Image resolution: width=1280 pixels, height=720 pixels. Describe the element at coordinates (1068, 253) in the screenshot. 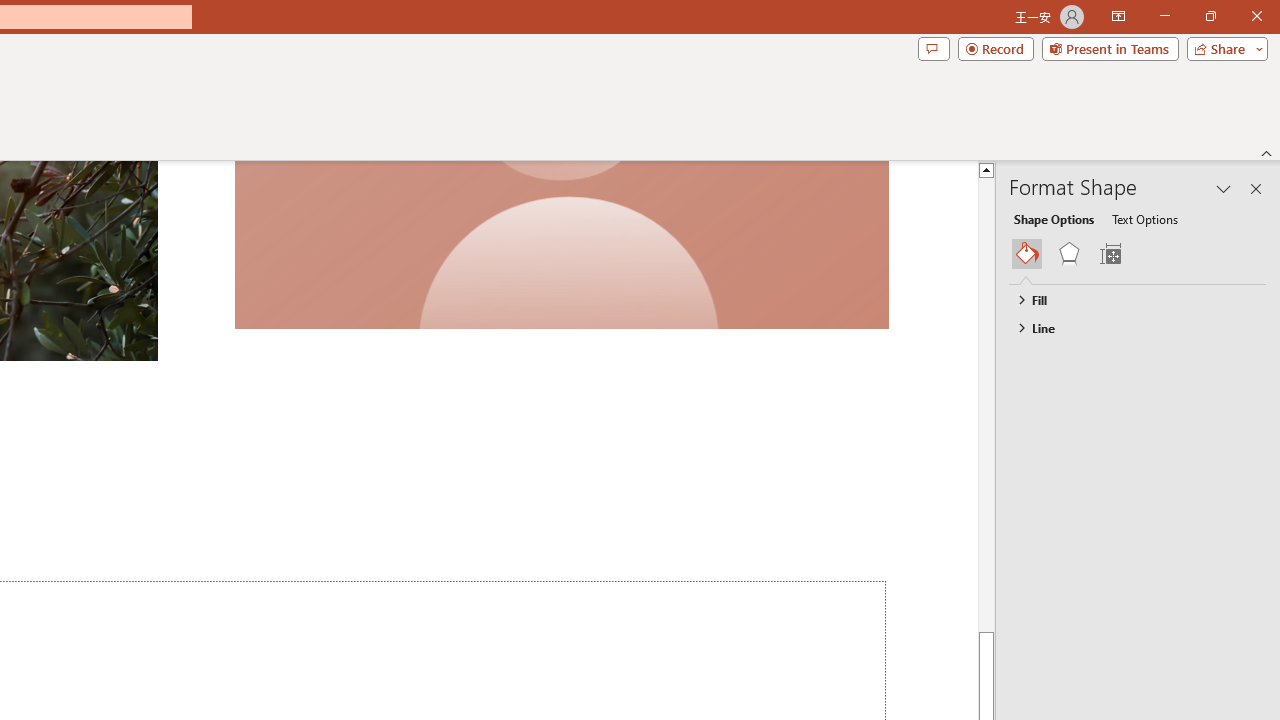

I see `'Effects'` at that location.